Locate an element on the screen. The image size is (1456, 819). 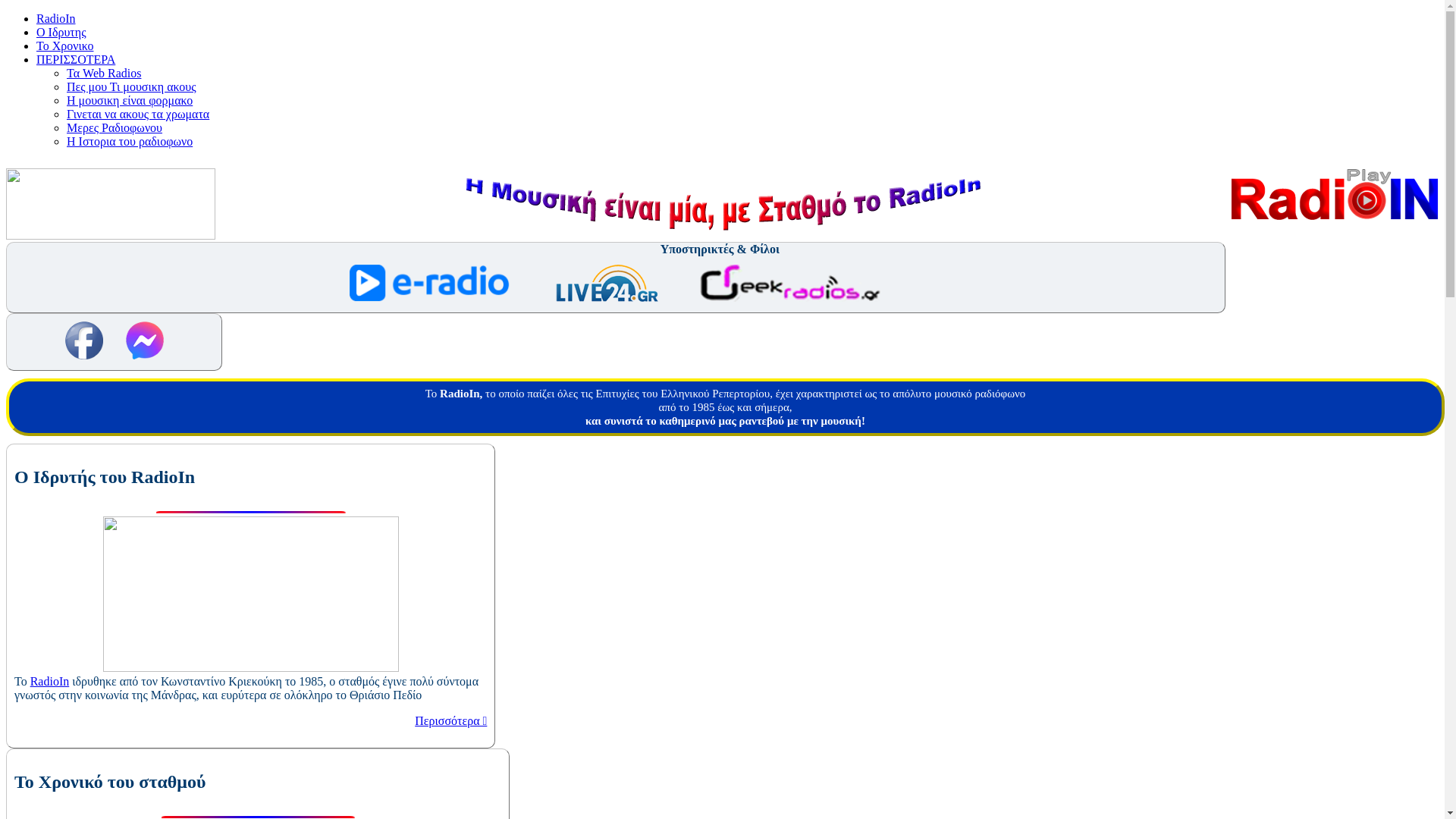
'RadioIn' is located at coordinates (55, 18).